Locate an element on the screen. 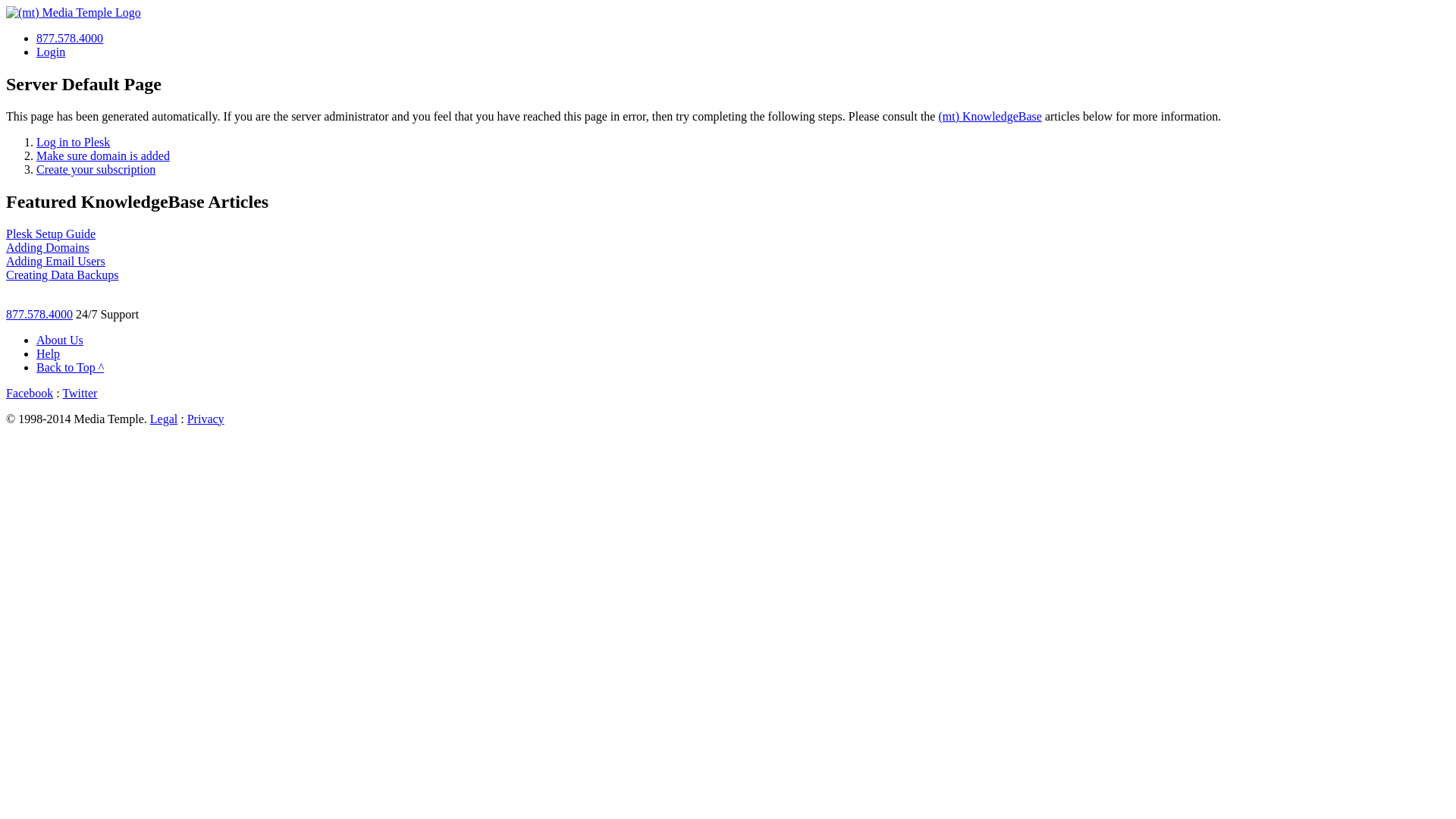  'Legal' is located at coordinates (164, 419).